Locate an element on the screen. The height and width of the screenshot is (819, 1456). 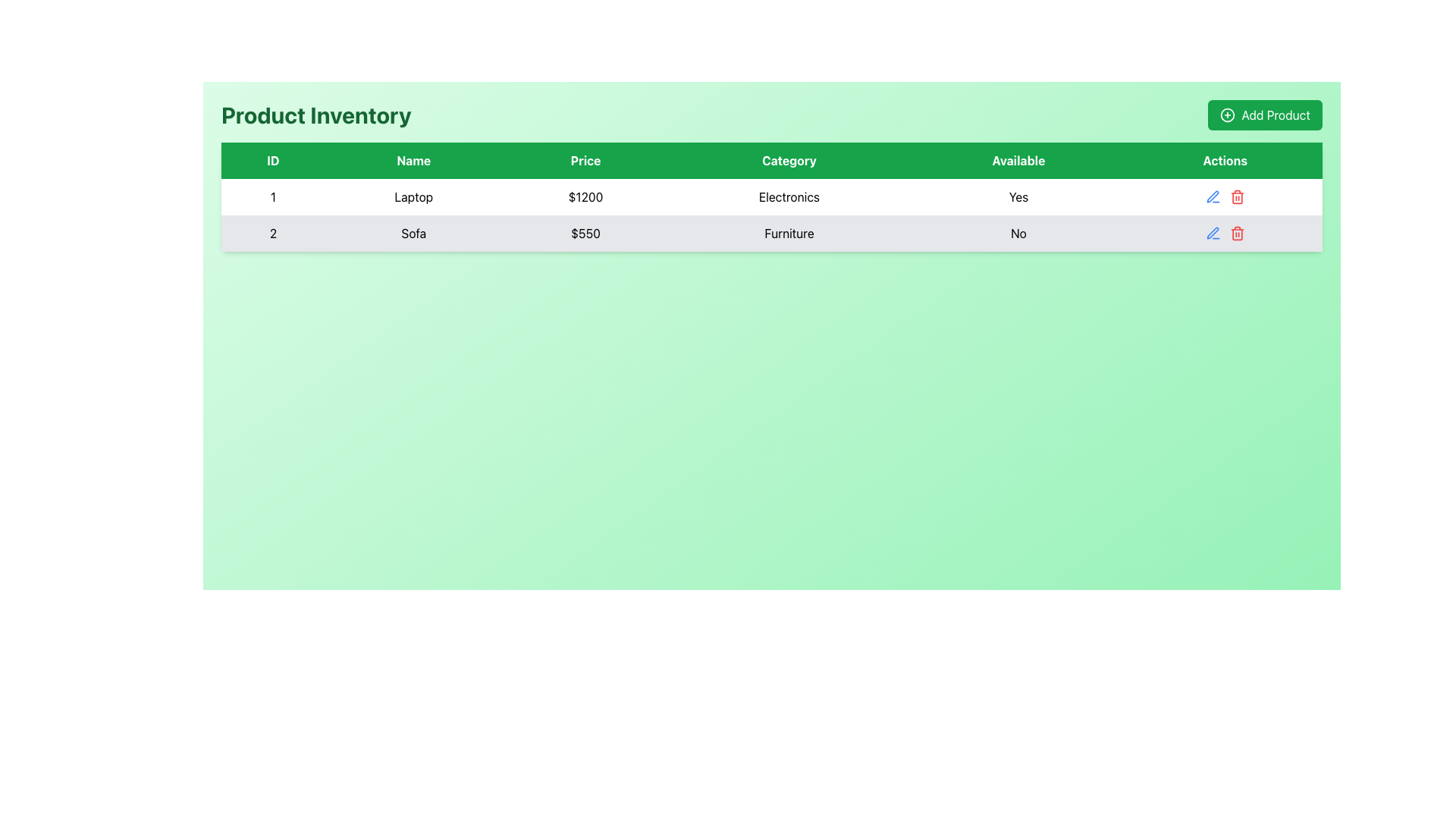
the 'No' availability status text label located in the second row of the table under the 'Available' column is located at coordinates (1018, 234).